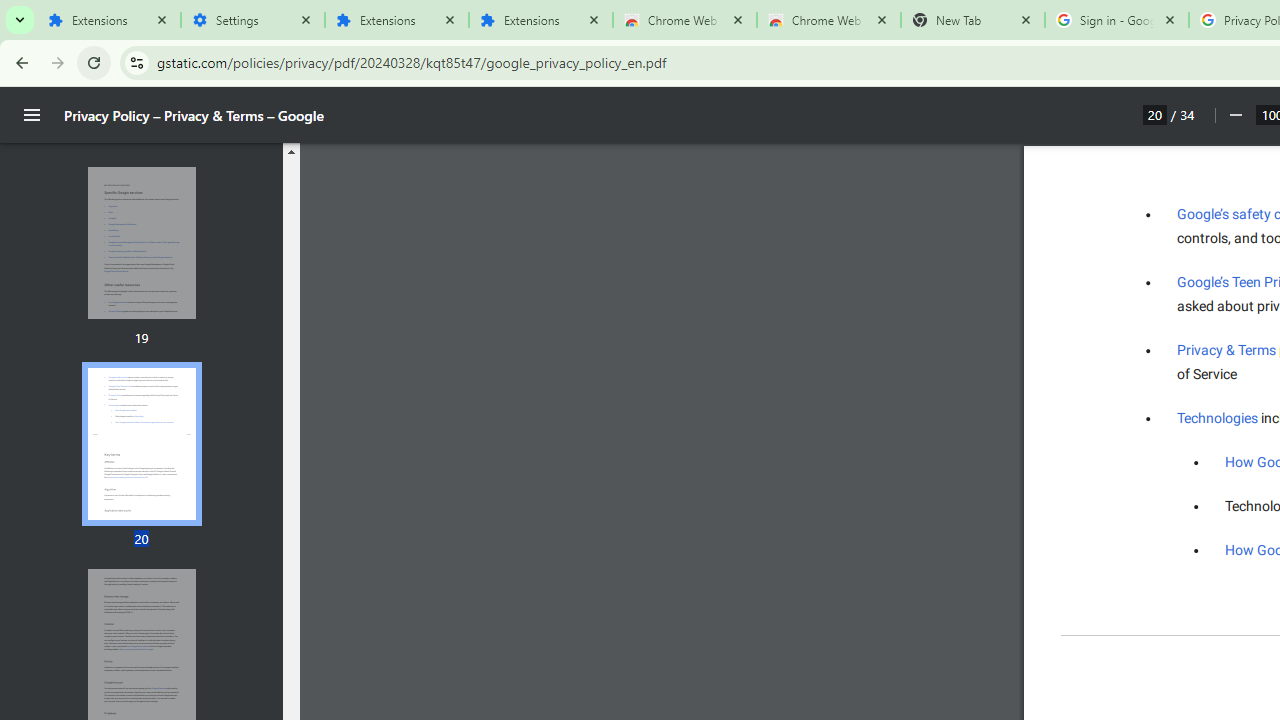 Image resolution: width=1280 pixels, height=720 pixels. Describe the element at coordinates (140, 242) in the screenshot. I see `'Thumbnail for page 19'` at that location.